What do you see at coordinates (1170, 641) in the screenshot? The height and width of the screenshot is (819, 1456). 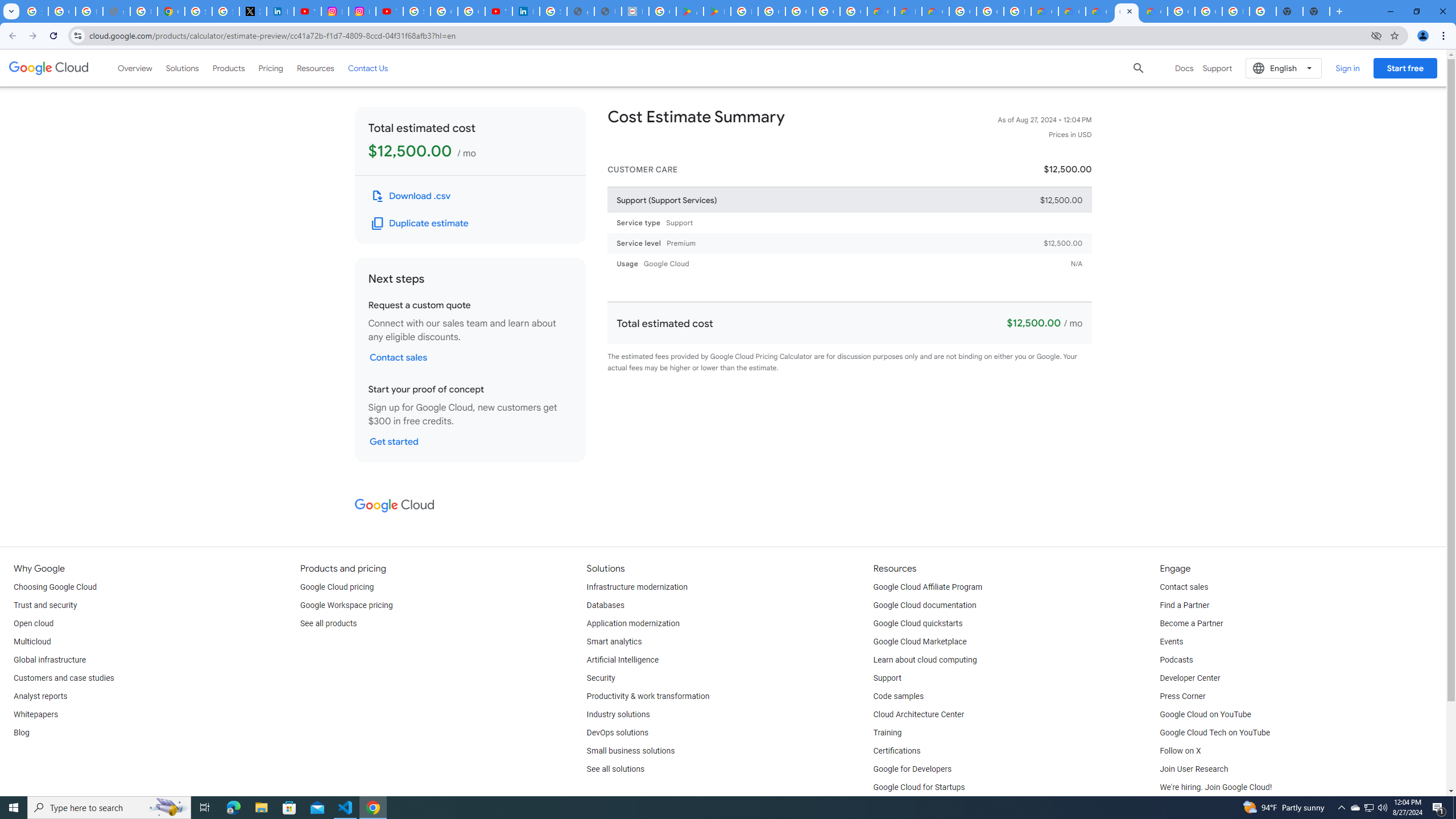 I see `'Events'` at bounding box center [1170, 641].